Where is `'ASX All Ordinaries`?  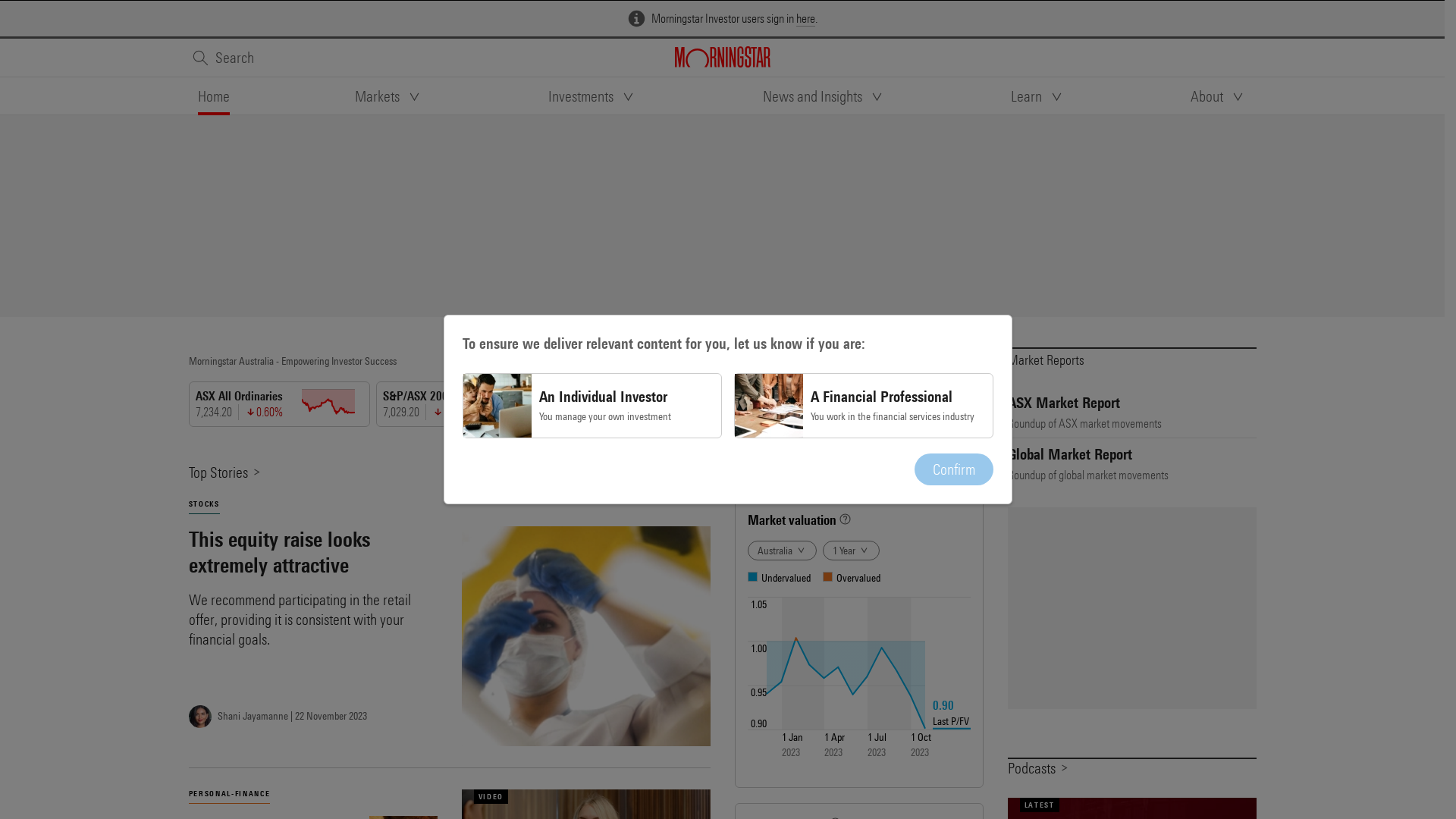
'ASX All Ordinaries is located at coordinates (281, 403).